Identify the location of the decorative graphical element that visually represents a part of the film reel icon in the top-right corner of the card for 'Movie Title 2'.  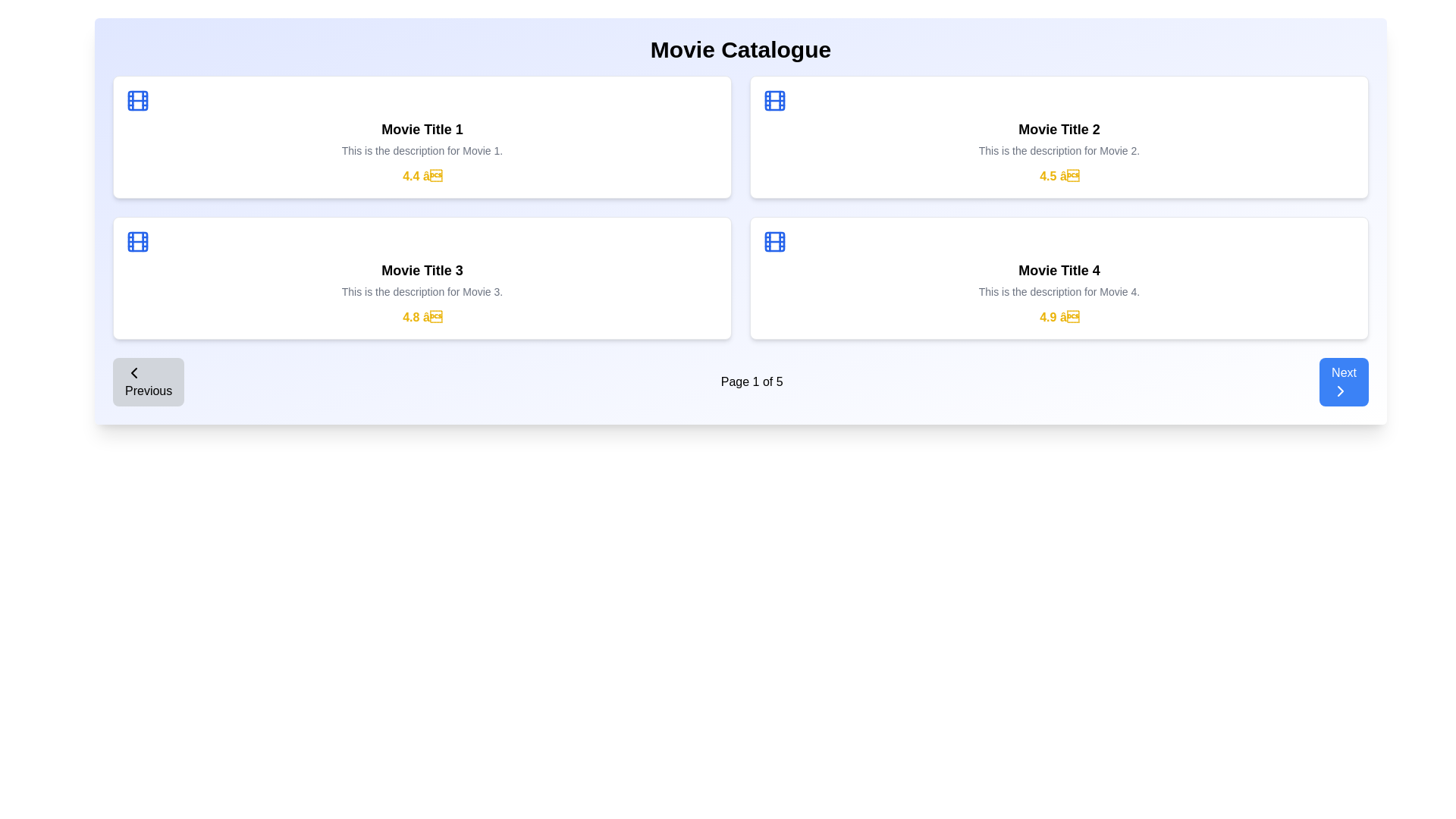
(775, 100).